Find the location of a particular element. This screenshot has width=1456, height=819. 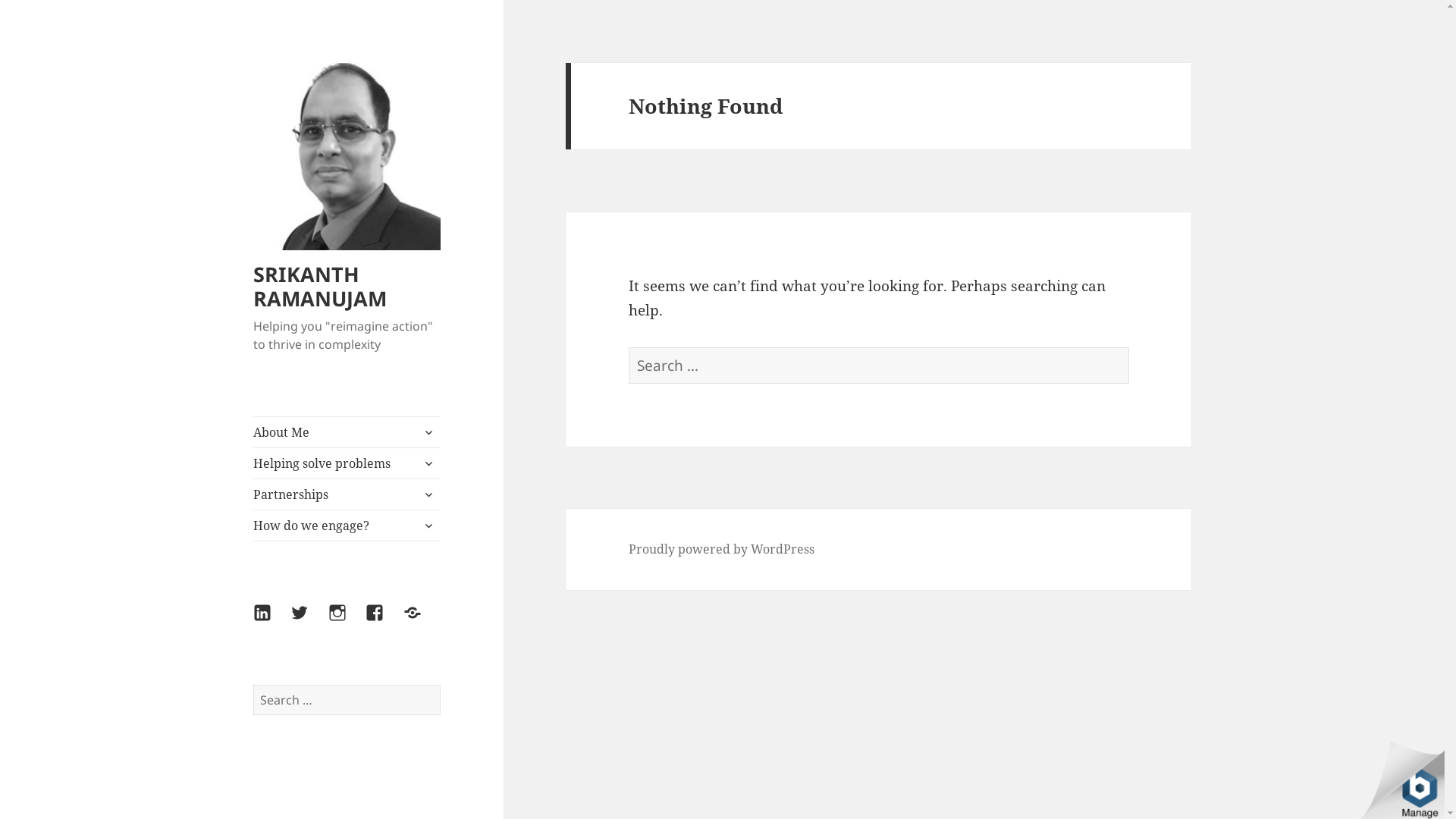

'About Me' is located at coordinates (346, 432).